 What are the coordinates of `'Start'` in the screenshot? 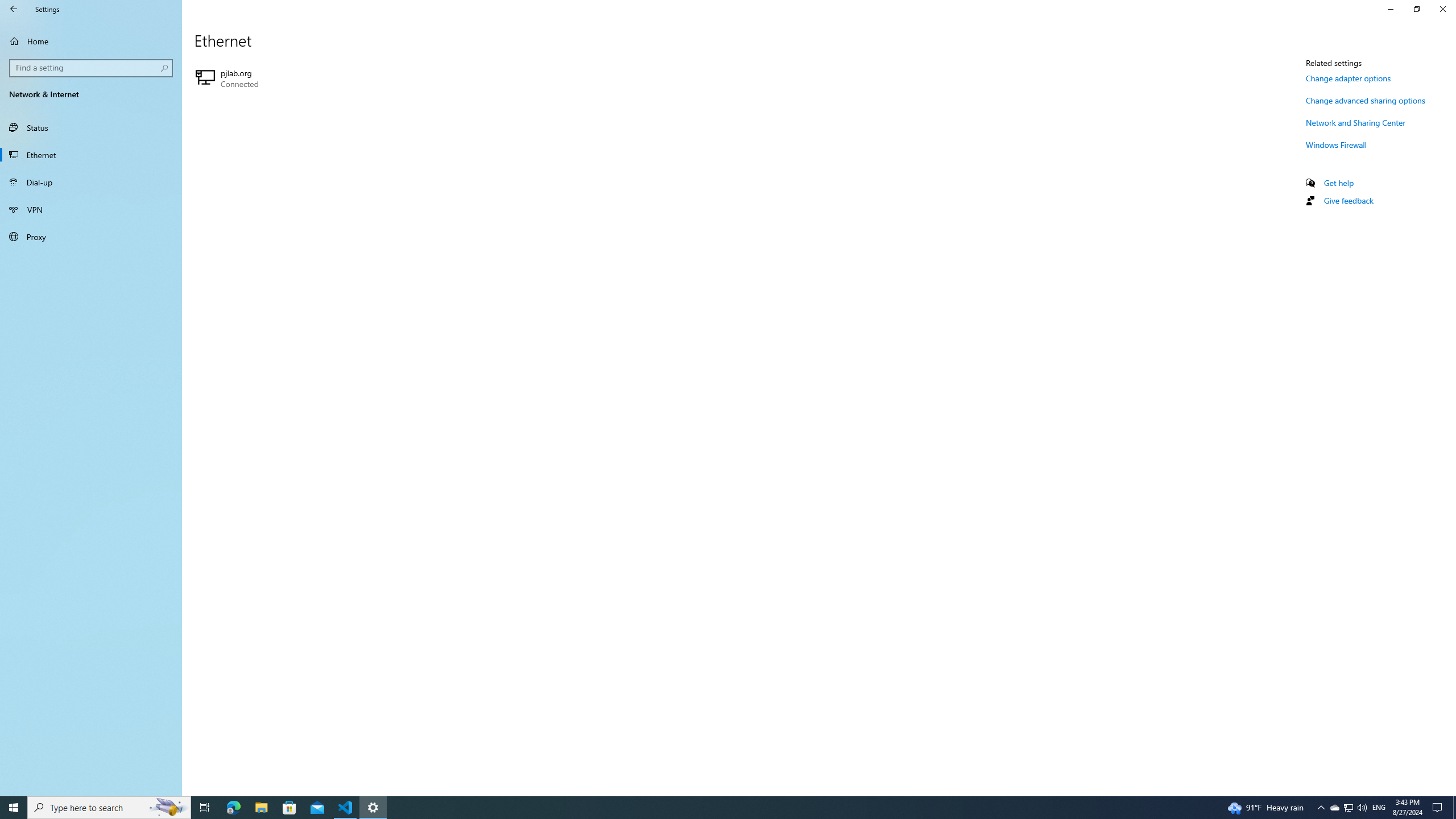 It's located at (14, 806).